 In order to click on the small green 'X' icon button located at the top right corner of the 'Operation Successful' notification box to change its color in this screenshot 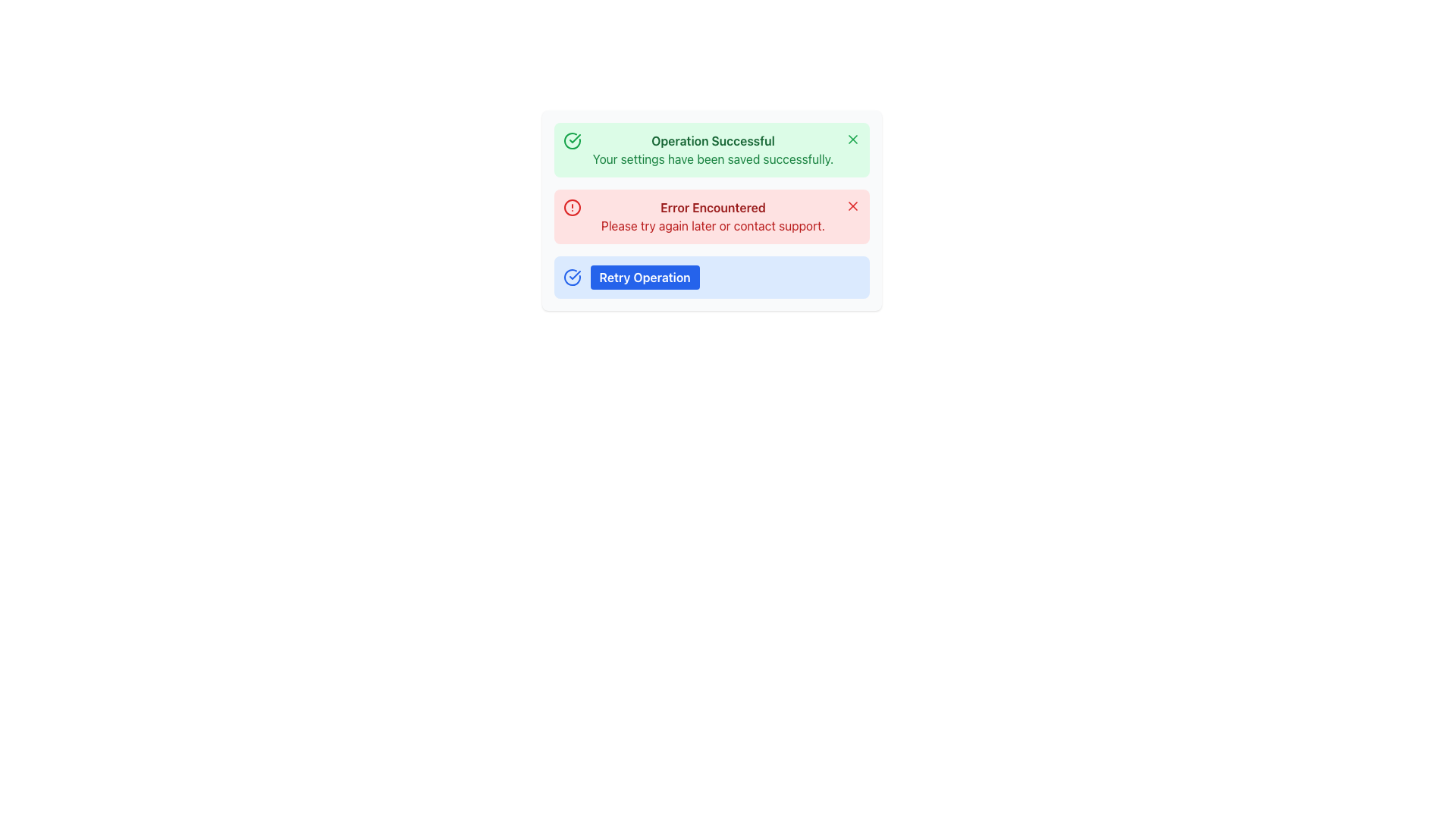, I will do `click(852, 140)`.